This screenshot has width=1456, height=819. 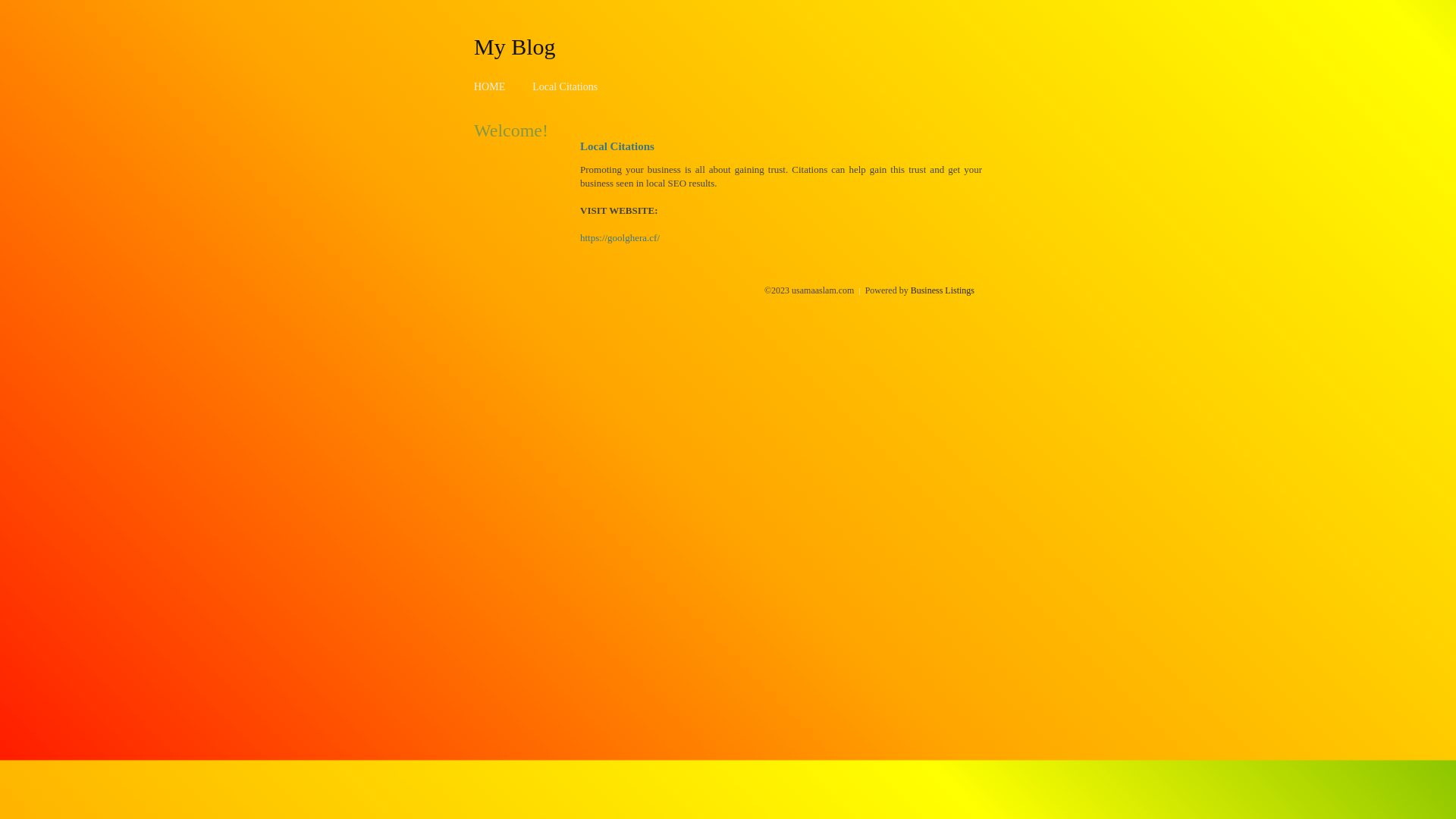 What do you see at coordinates (620, 237) in the screenshot?
I see `'https://goolghera.cf/'` at bounding box center [620, 237].